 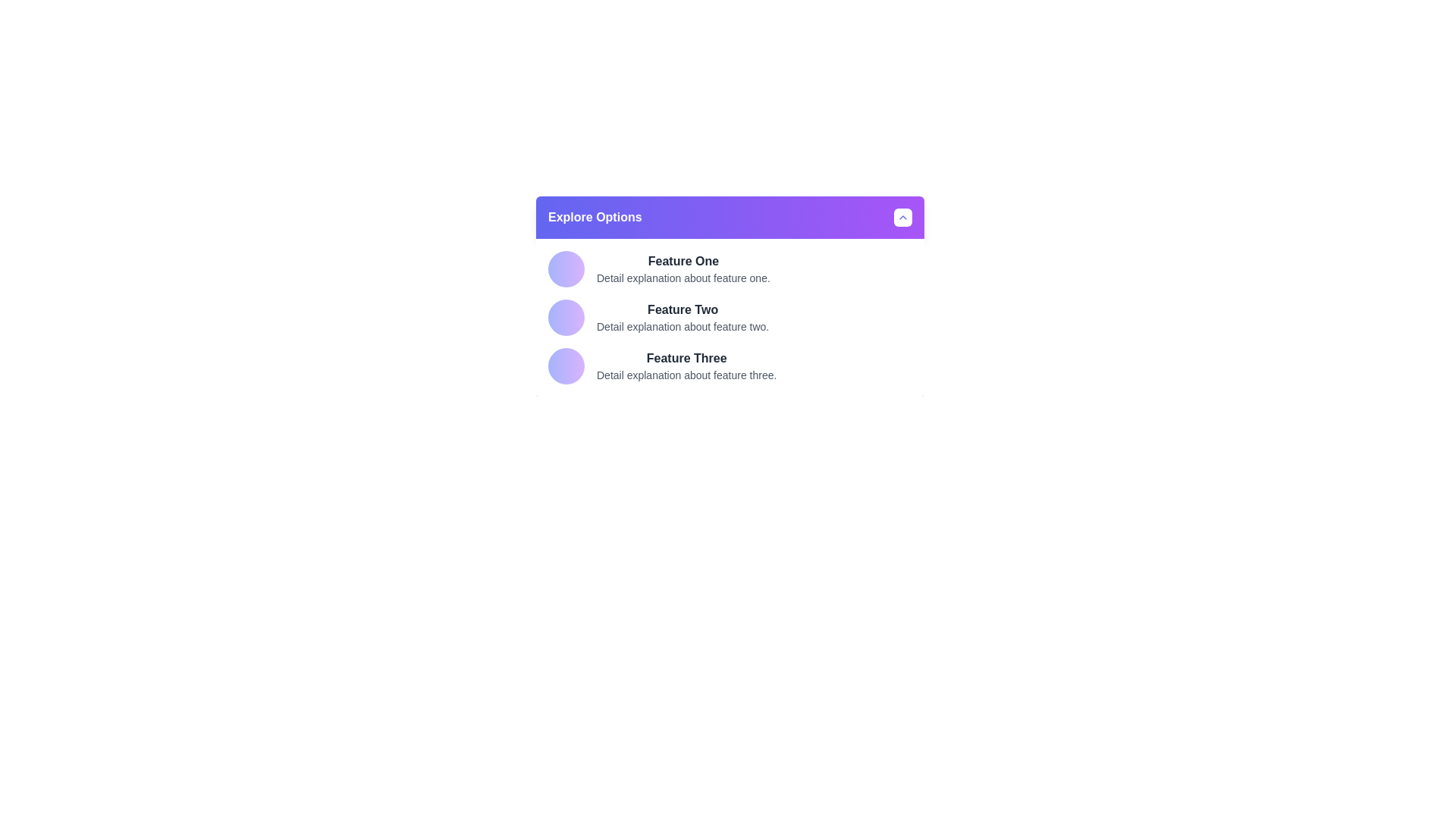 I want to click on the upward action button located in the top-right corner of the 'Explore Options' section, so click(x=902, y=217).